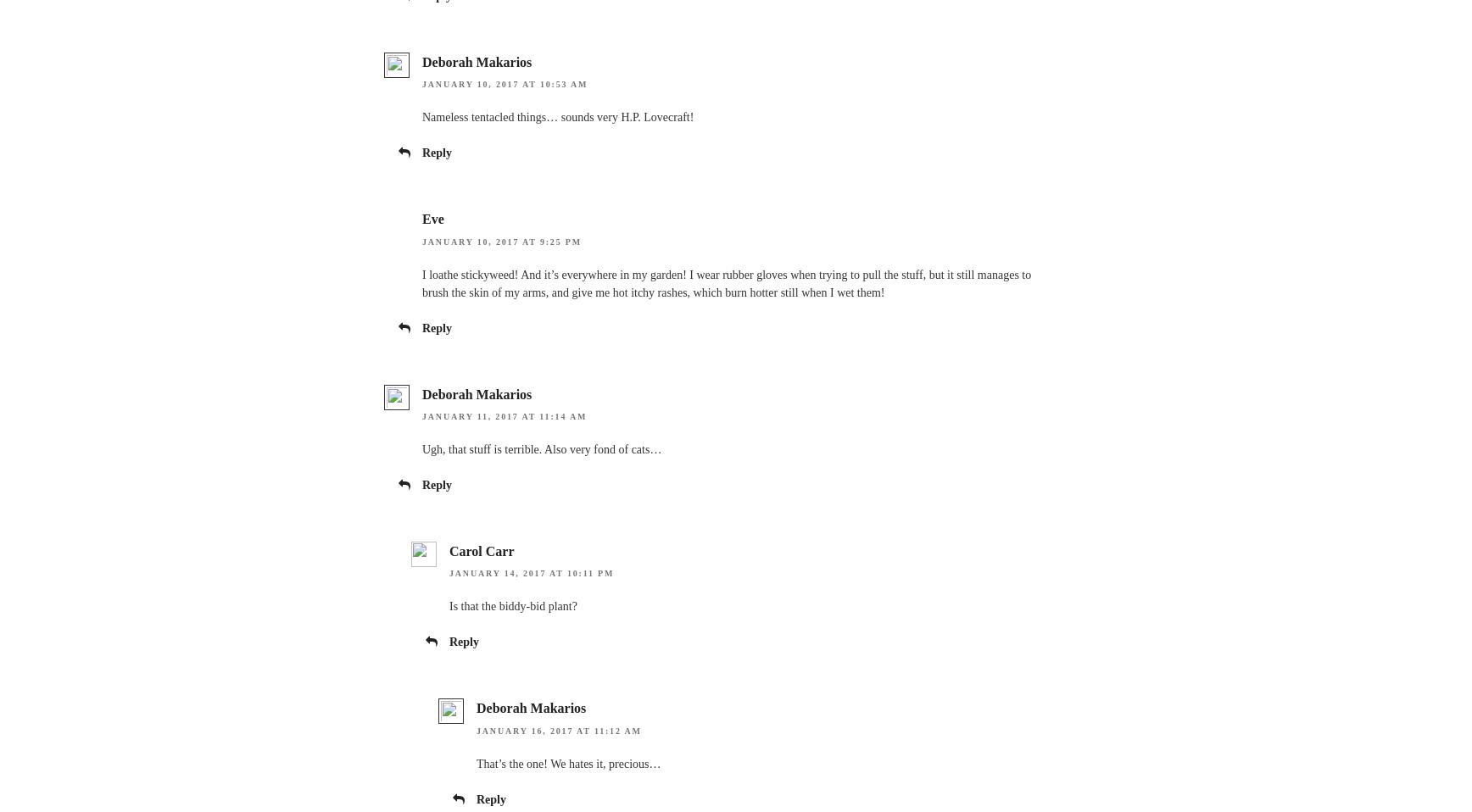 The width and height of the screenshot is (1472, 812). Describe the element at coordinates (432, 219) in the screenshot. I see `'Eve'` at that location.